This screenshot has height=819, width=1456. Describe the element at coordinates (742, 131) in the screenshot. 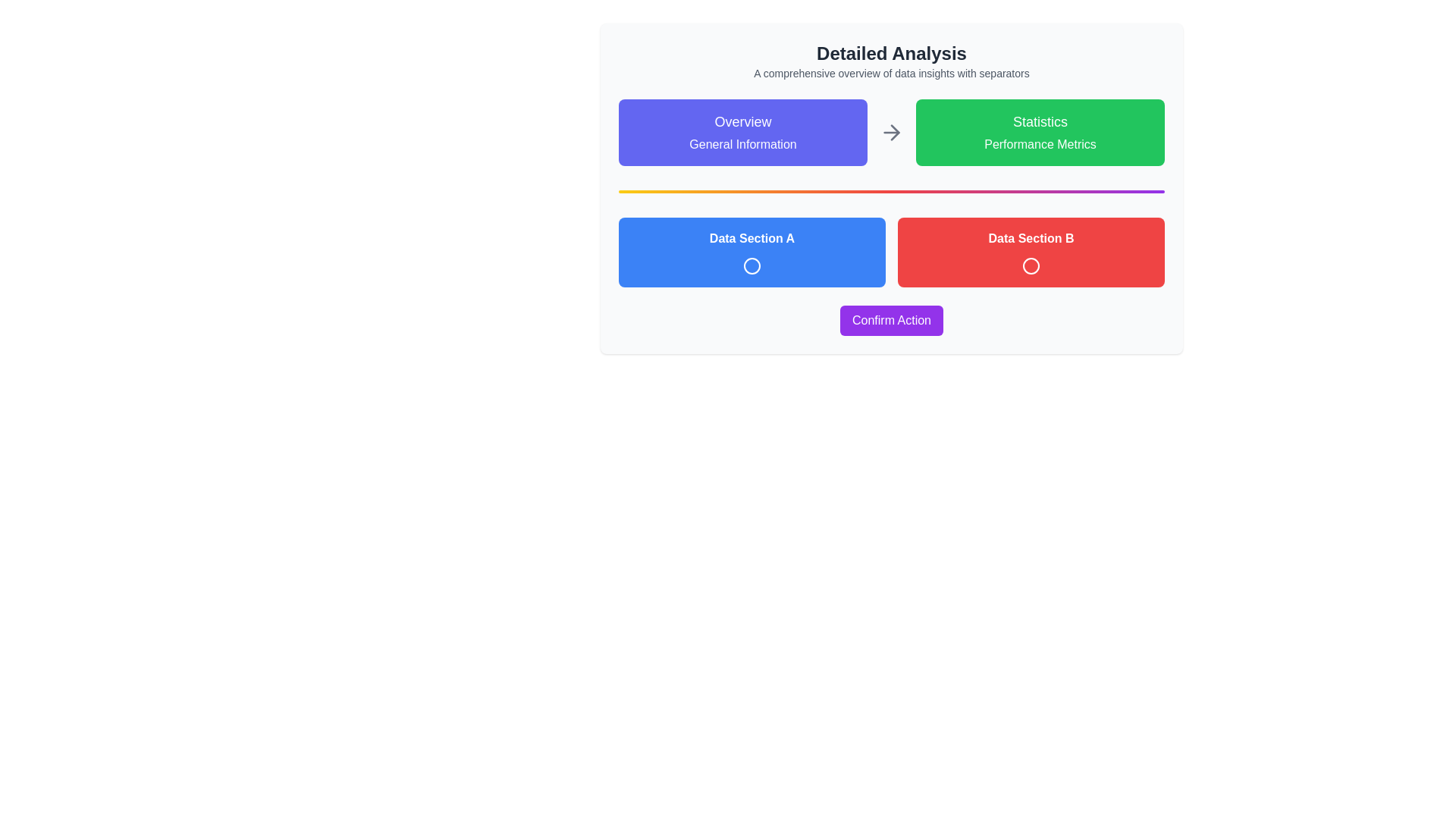

I see `the blue button labeled 'Overview' with 'General Information' text` at that location.